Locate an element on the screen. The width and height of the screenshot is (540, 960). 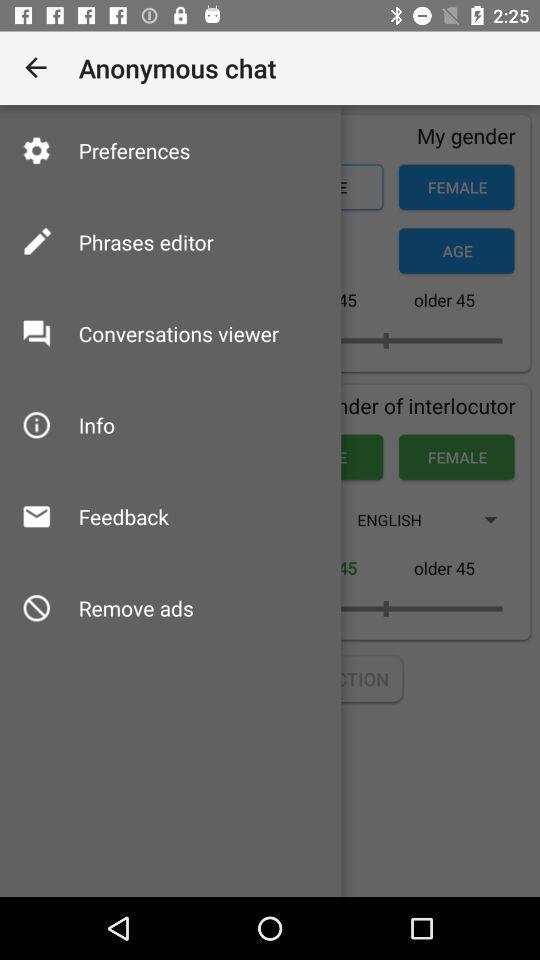
icon above the no internet connection is located at coordinates (135, 607).